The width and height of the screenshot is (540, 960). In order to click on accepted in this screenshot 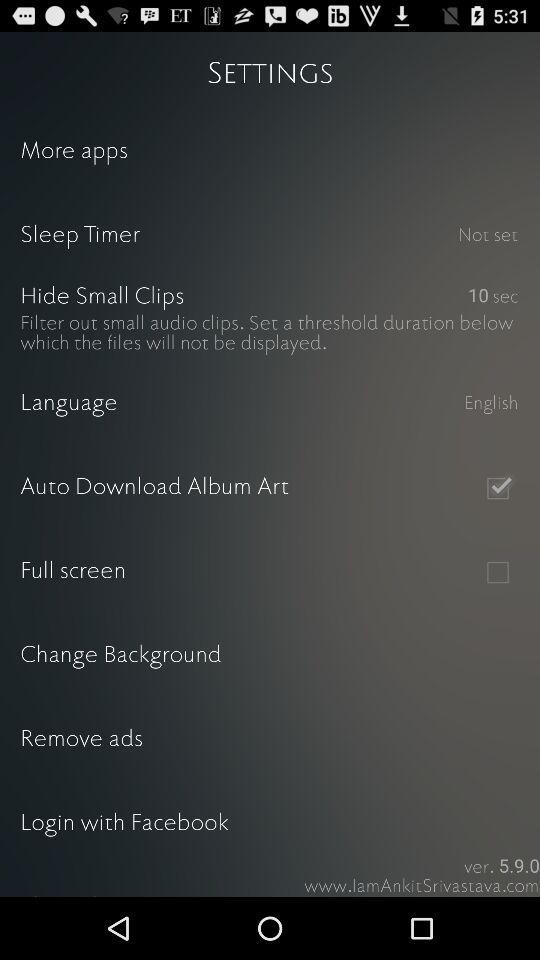, I will do `click(496, 487)`.